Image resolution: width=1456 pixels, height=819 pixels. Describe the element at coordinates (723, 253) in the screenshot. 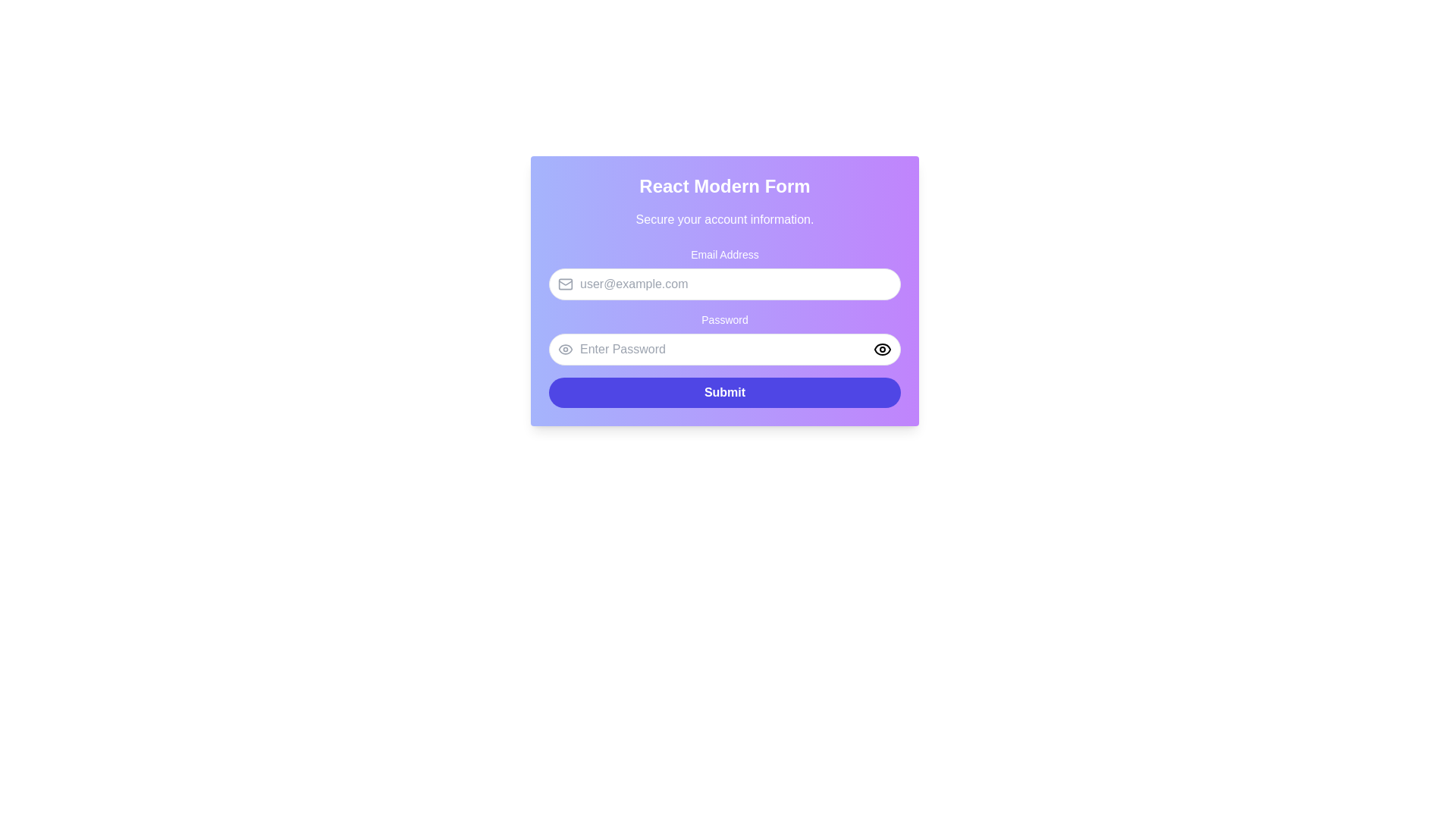

I see `the email input label located at the top-center of the form layout, which indicates that the input field is for entering an email address` at that location.